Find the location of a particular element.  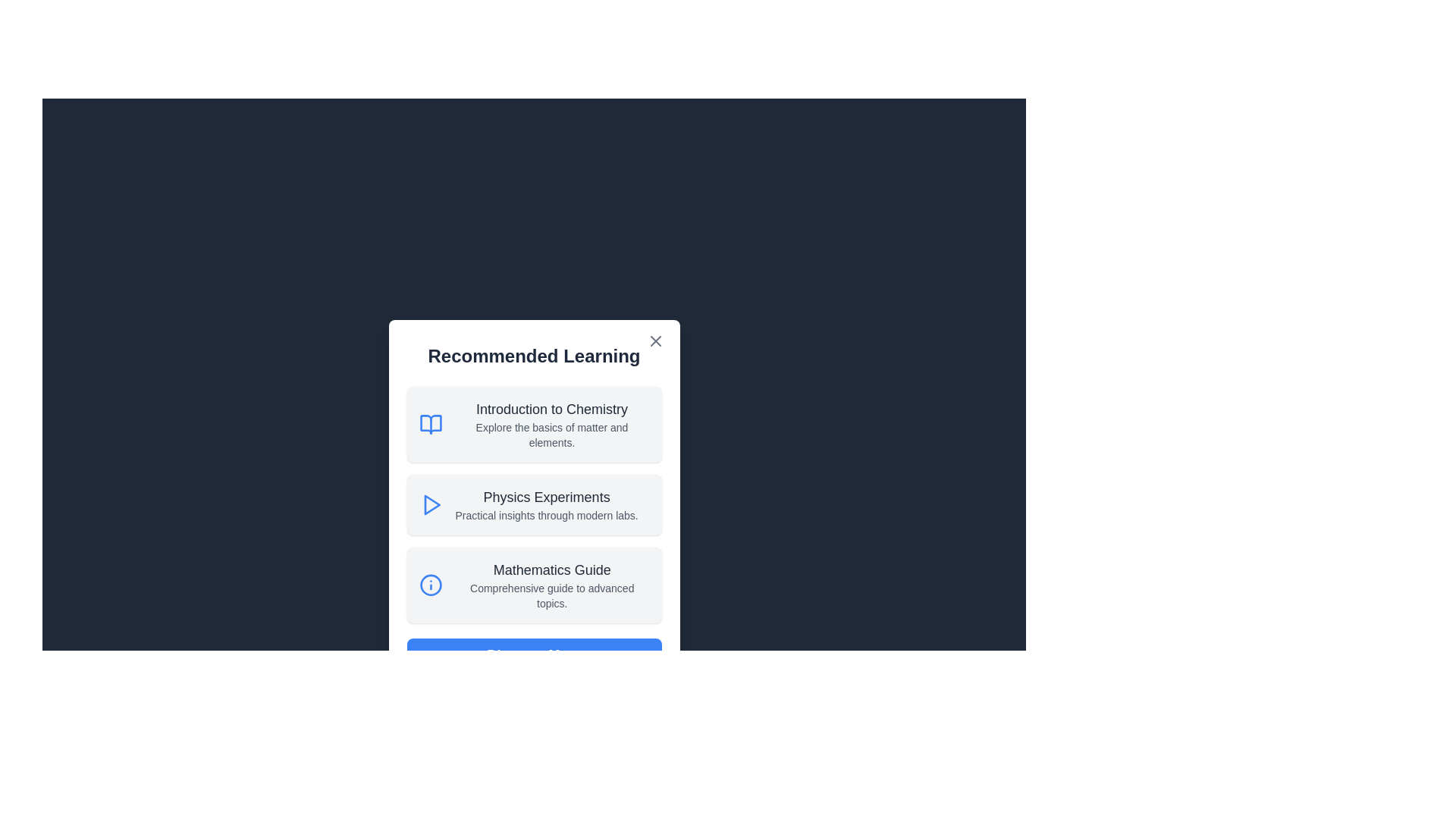

the static text element displaying 'Practical insights through modern labs.' which is located within the 'Recommended Learning' card and positioned below the heading 'Physics Experiments' is located at coordinates (546, 514).